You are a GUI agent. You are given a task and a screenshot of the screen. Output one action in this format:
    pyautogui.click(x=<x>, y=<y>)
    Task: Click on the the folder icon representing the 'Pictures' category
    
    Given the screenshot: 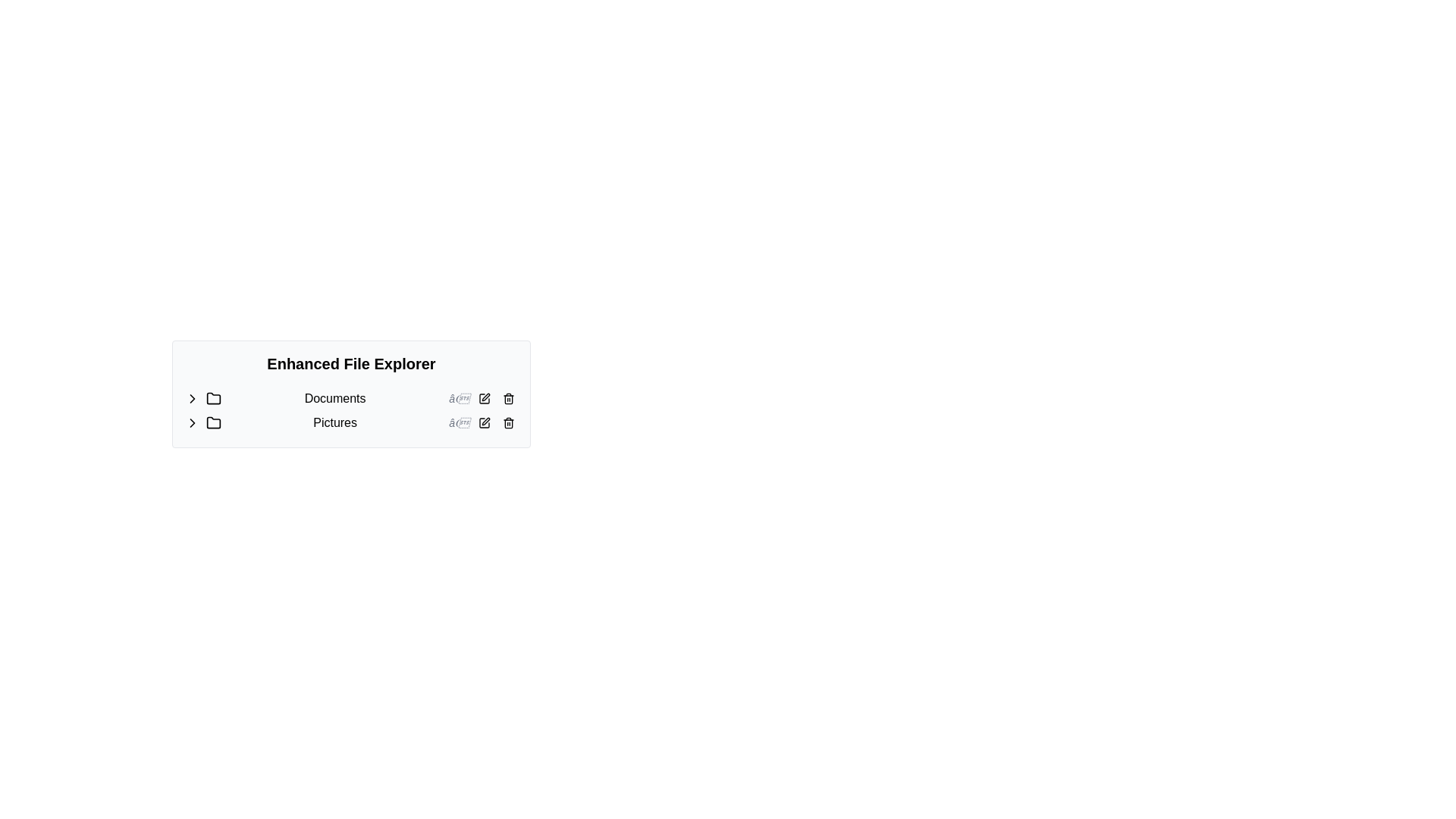 What is the action you would take?
    pyautogui.click(x=213, y=423)
    